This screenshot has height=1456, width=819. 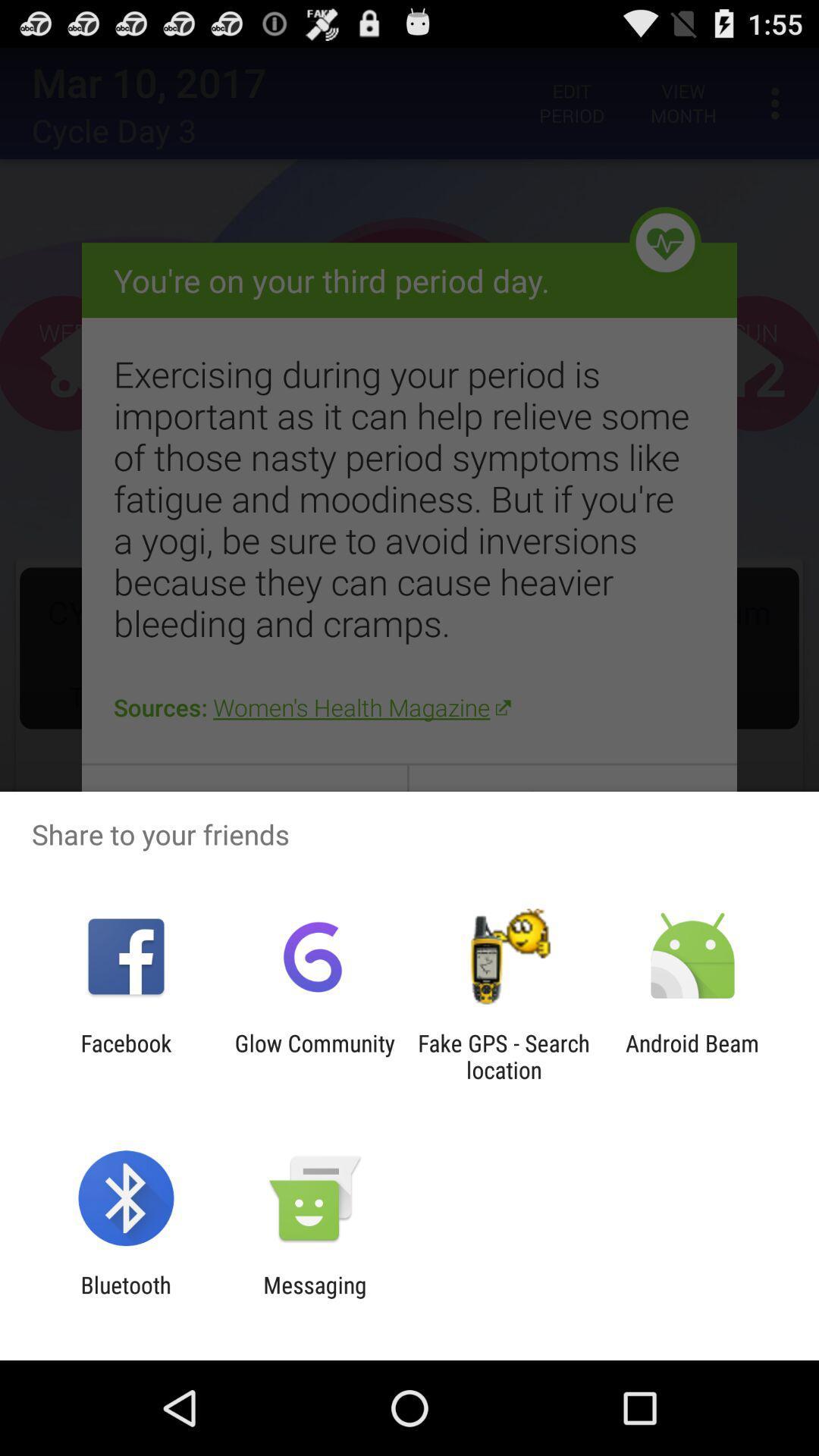 What do you see at coordinates (314, 1056) in the screenshot?
I see `glow community item` at bounding box center [314, 1056].